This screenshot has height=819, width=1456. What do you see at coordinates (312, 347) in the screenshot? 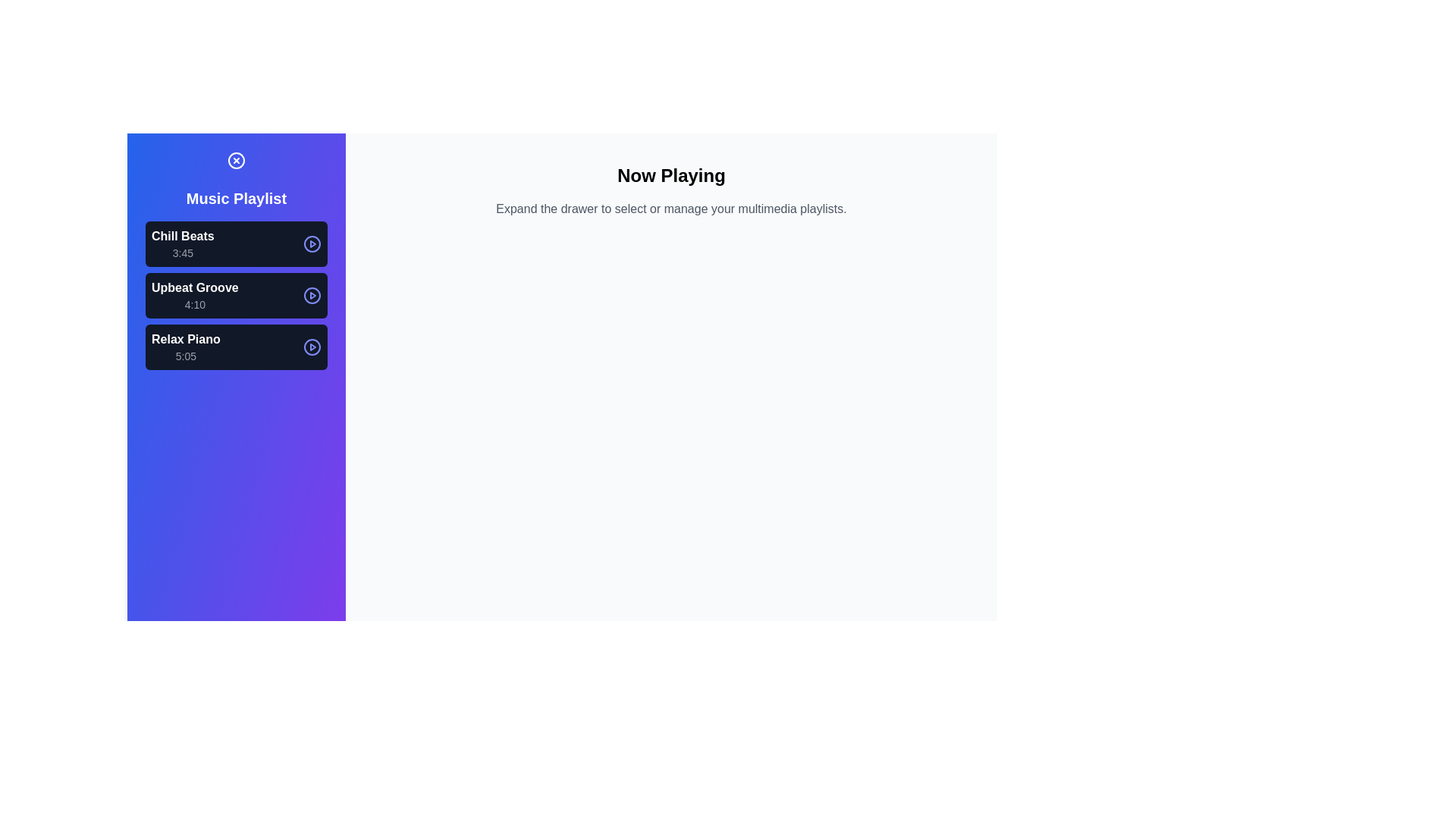
I see `the play/pause button for the track Relax Piano` at bounding box center [312, 347].